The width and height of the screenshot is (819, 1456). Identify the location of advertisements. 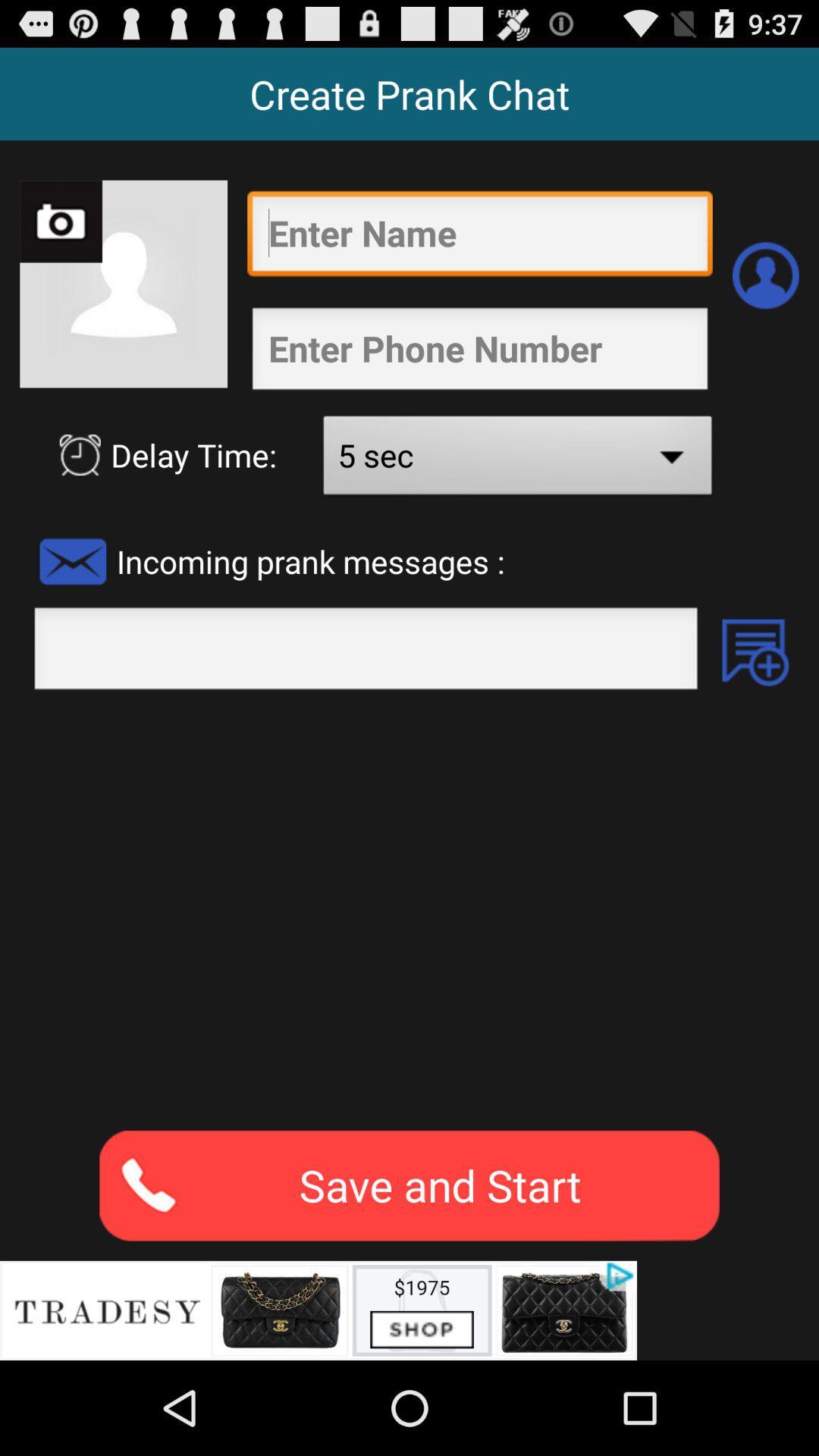
(318, 1310).